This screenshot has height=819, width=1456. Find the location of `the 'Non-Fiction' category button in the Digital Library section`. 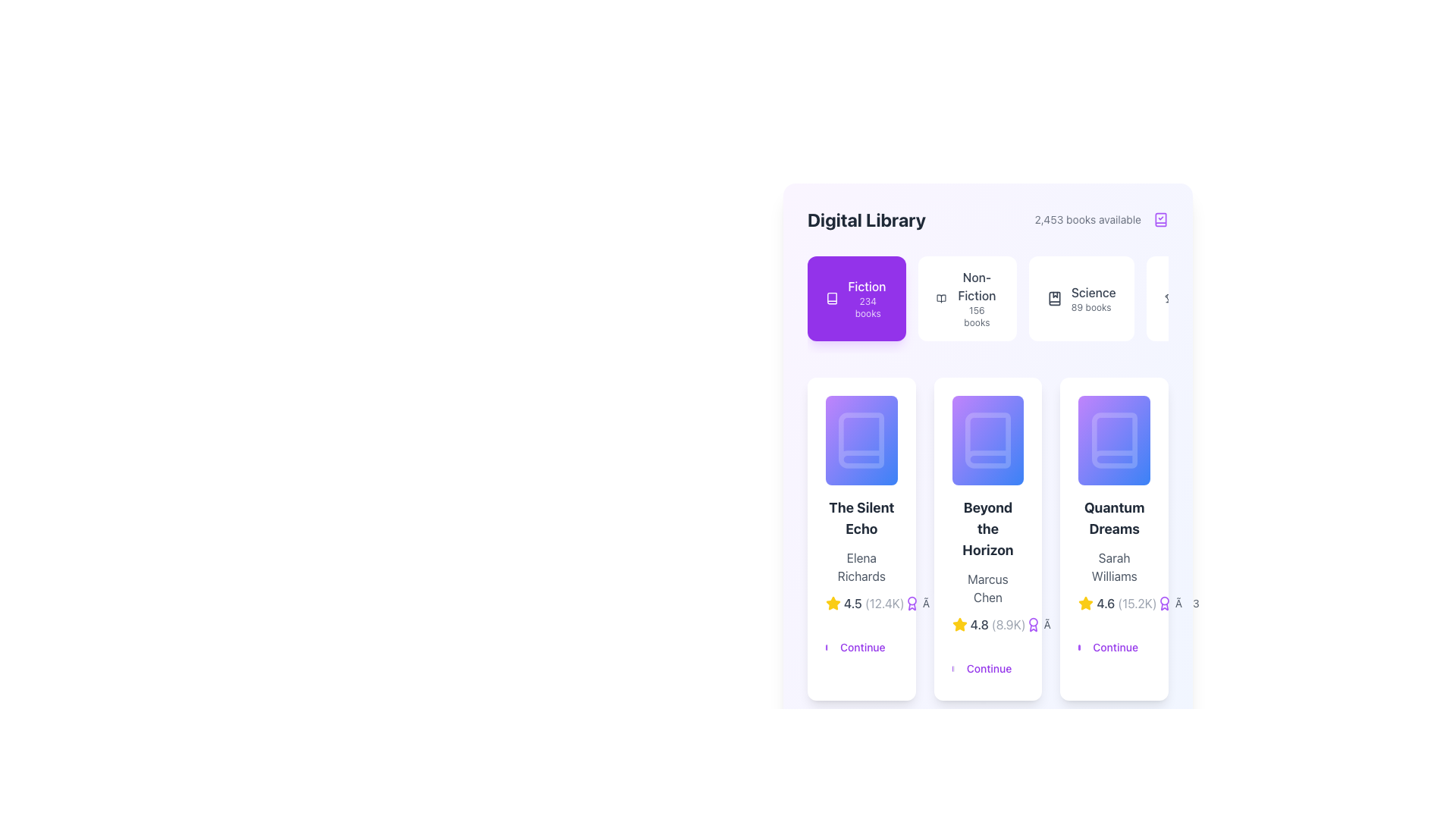

the 'Non-Fiction' category button in the Digital Library section is located at coordinates (987, 304).